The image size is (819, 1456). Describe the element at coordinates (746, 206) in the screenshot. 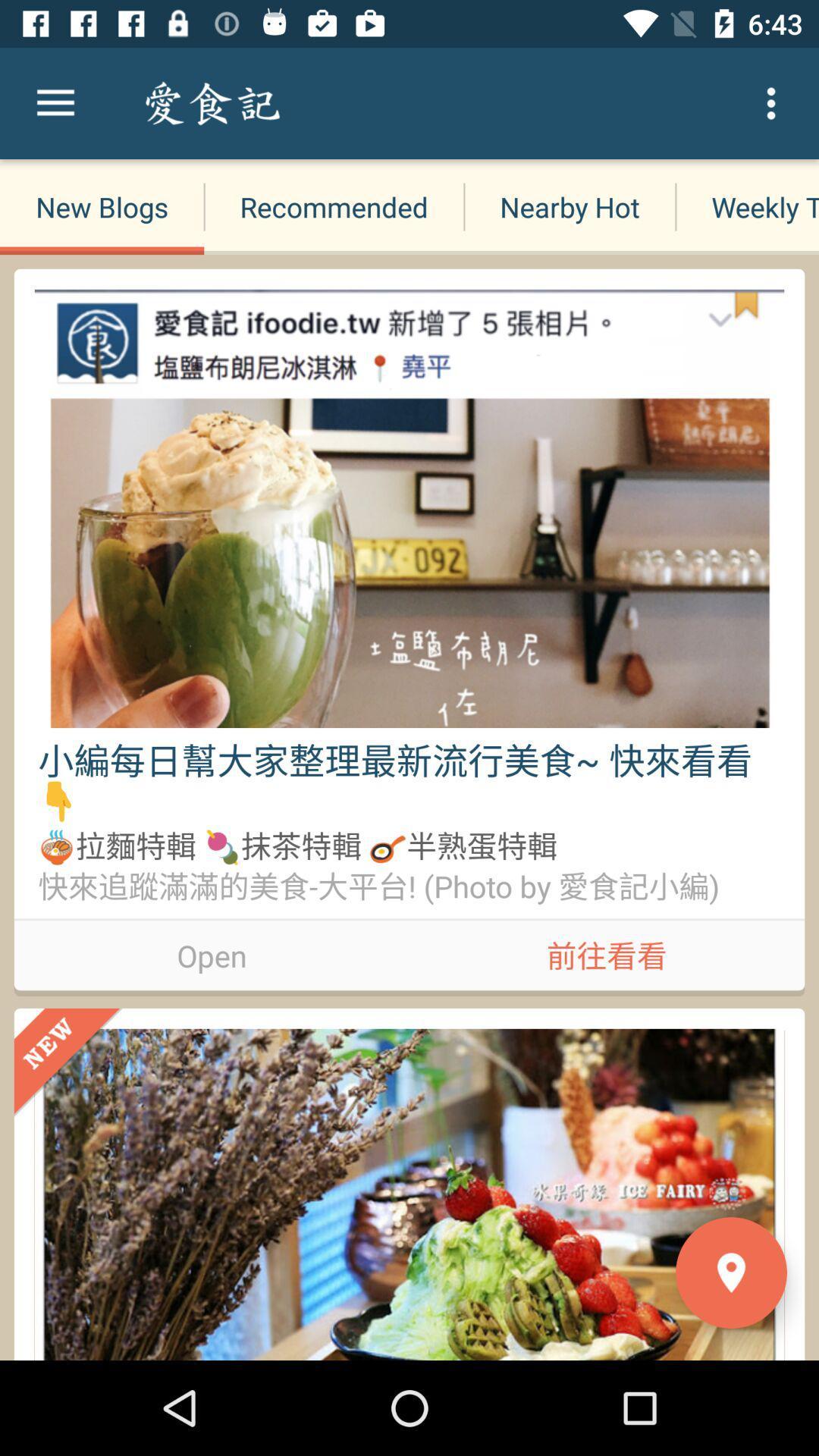

I see `the weekly tops` at that location.